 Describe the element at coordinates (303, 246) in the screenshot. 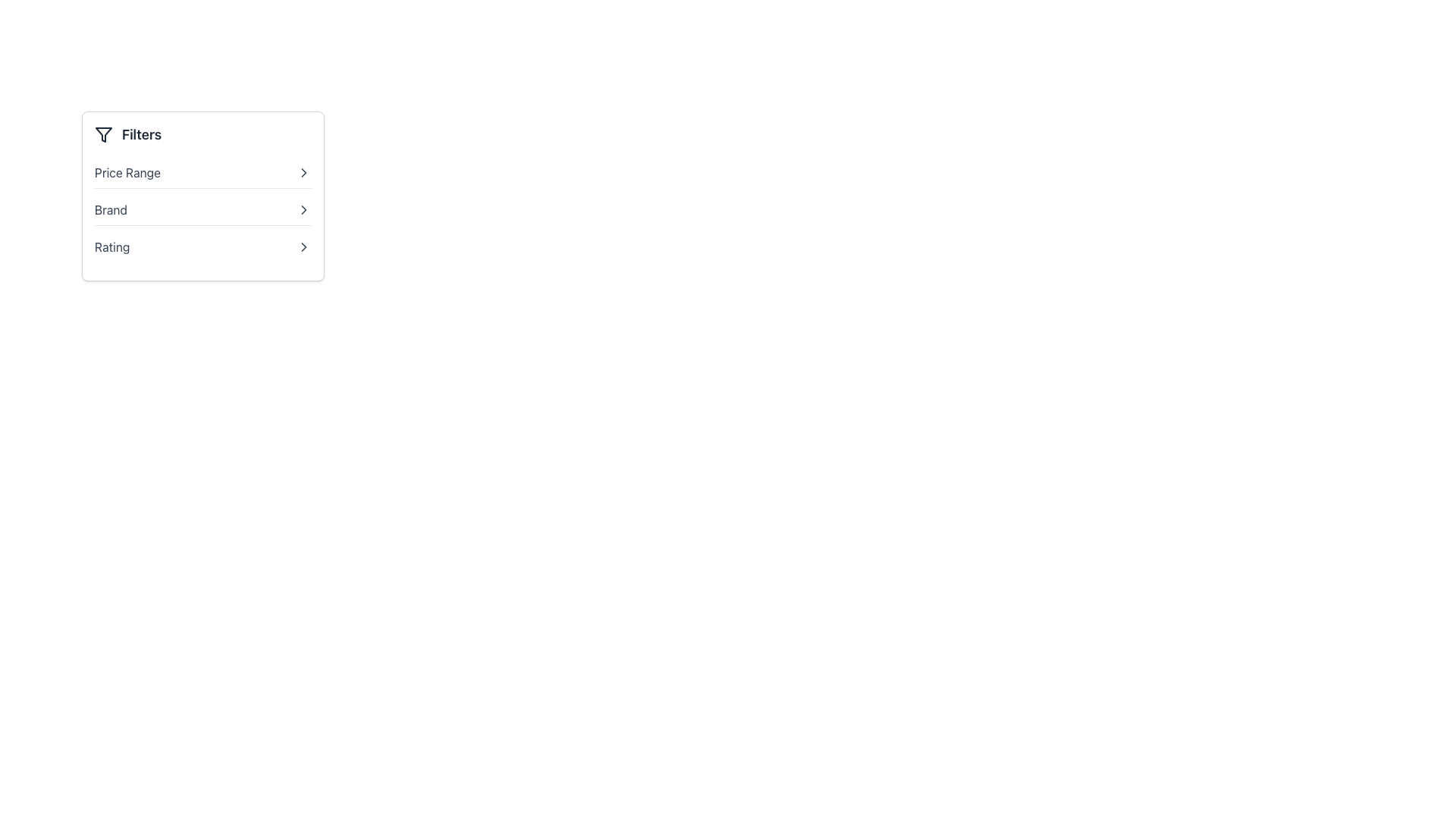

I see `the right-facing chevron arrow icon in the 'Rating' dropdown menu` at that location.